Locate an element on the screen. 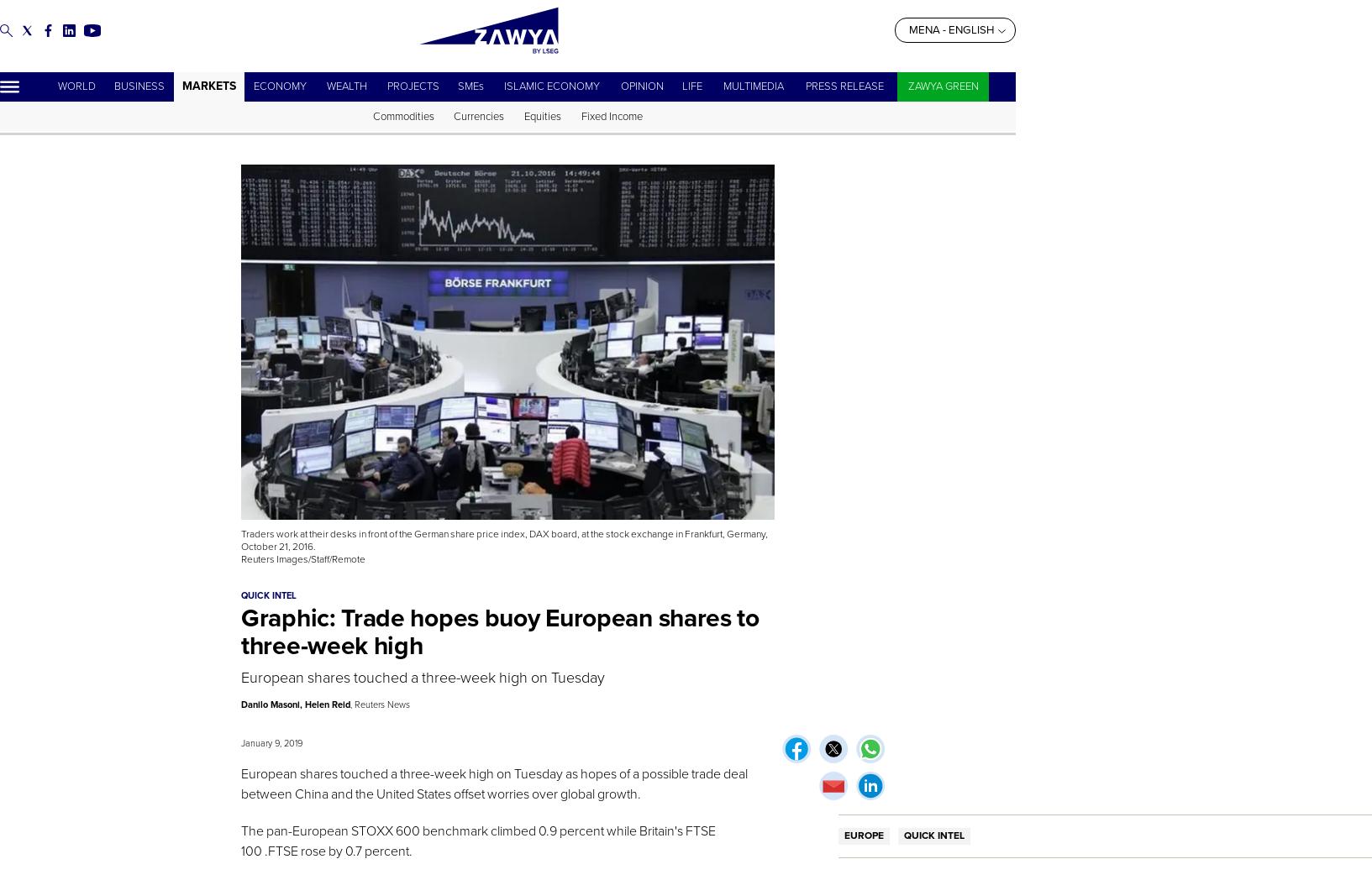 Image resolution: width=1372 pixels, height=880 pixels. 'WORLD' is located at coordinates (55, 86).